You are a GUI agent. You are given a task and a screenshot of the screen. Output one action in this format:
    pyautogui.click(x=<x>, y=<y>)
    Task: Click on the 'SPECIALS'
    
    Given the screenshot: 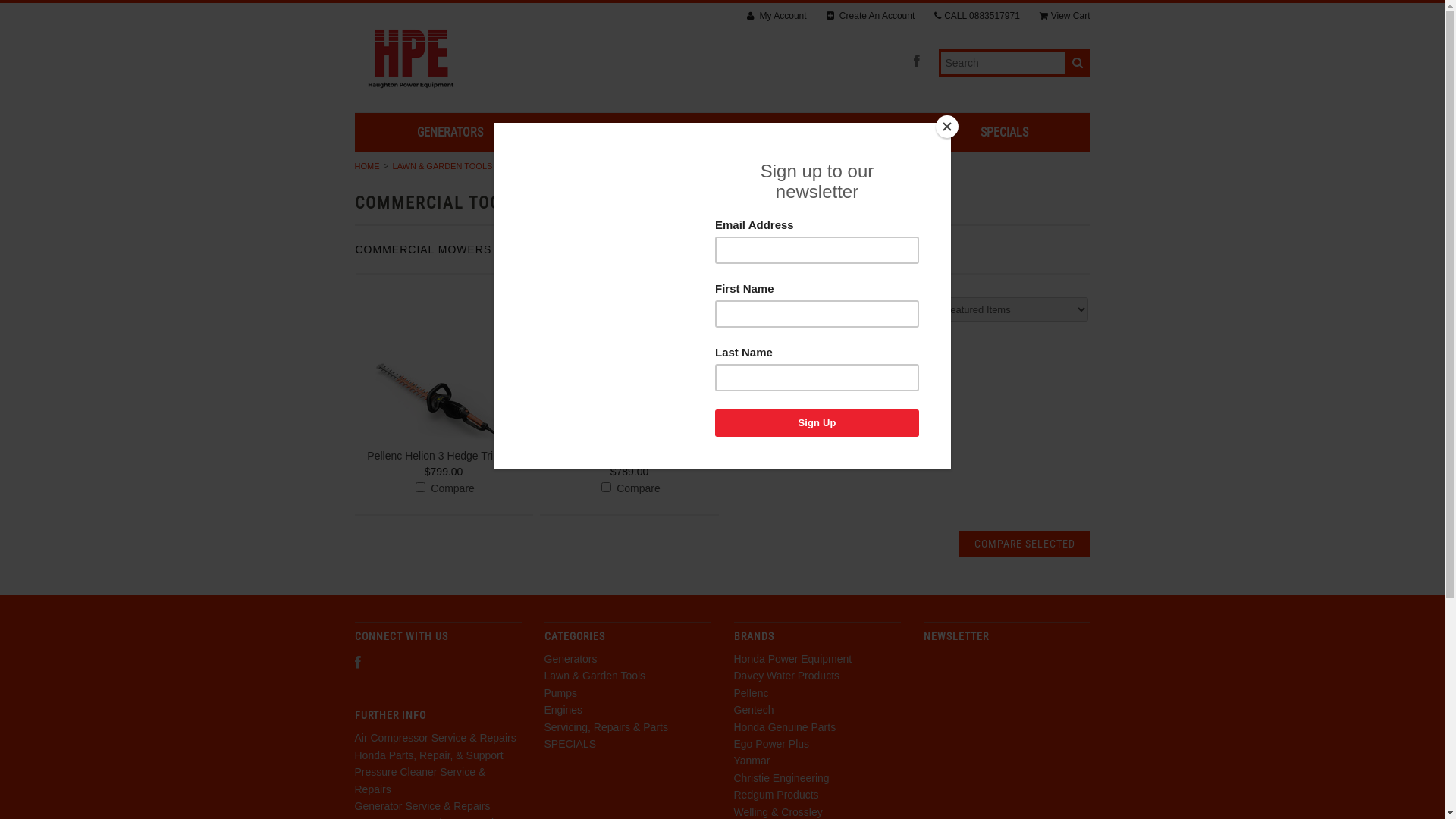 What is the action you would take?
    pyautogui.click(x=570, y=742)
    